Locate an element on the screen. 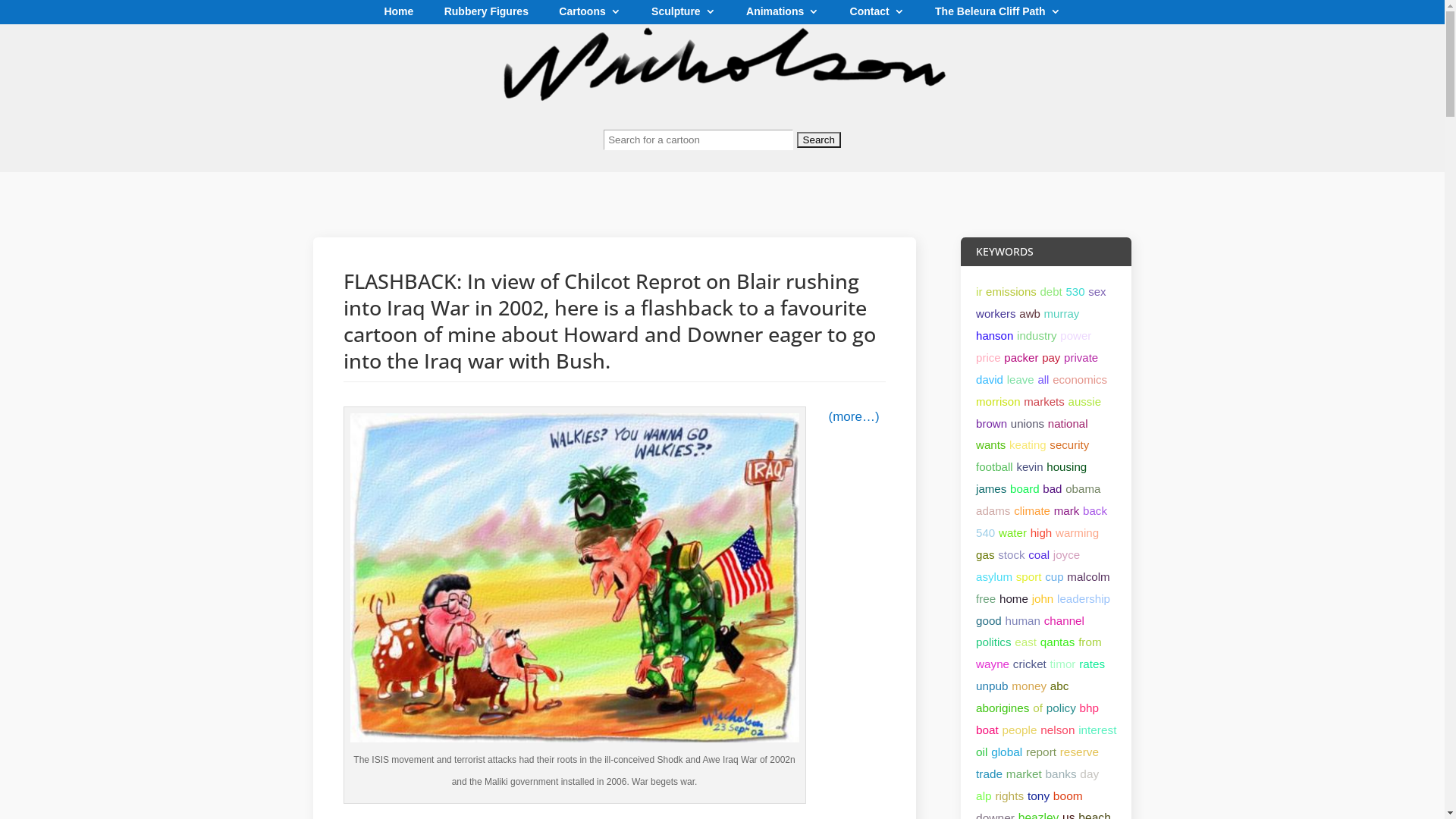 This screenshot has width=1456, height=819. 'east' is located at coordinates (1025, 642).